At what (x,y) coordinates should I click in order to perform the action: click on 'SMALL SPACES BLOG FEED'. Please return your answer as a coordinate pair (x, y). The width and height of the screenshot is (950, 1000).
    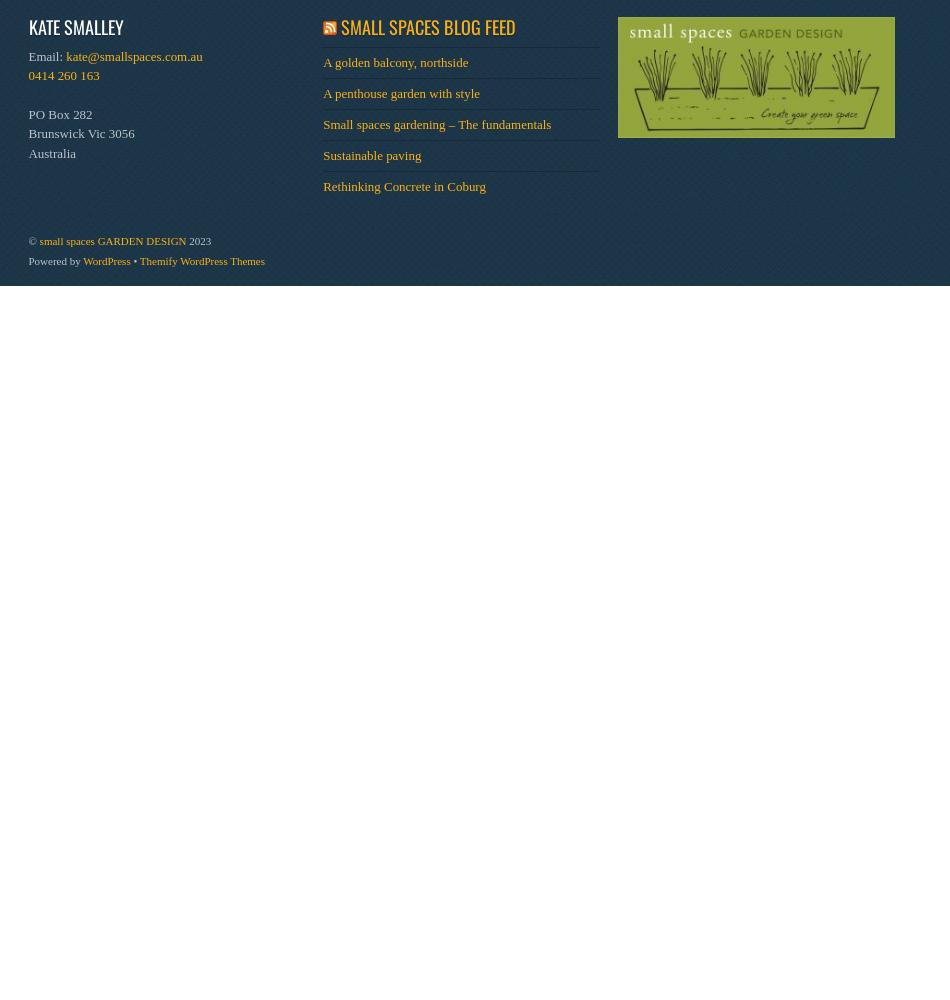
    Looking at the image, I should click on (339, 25).